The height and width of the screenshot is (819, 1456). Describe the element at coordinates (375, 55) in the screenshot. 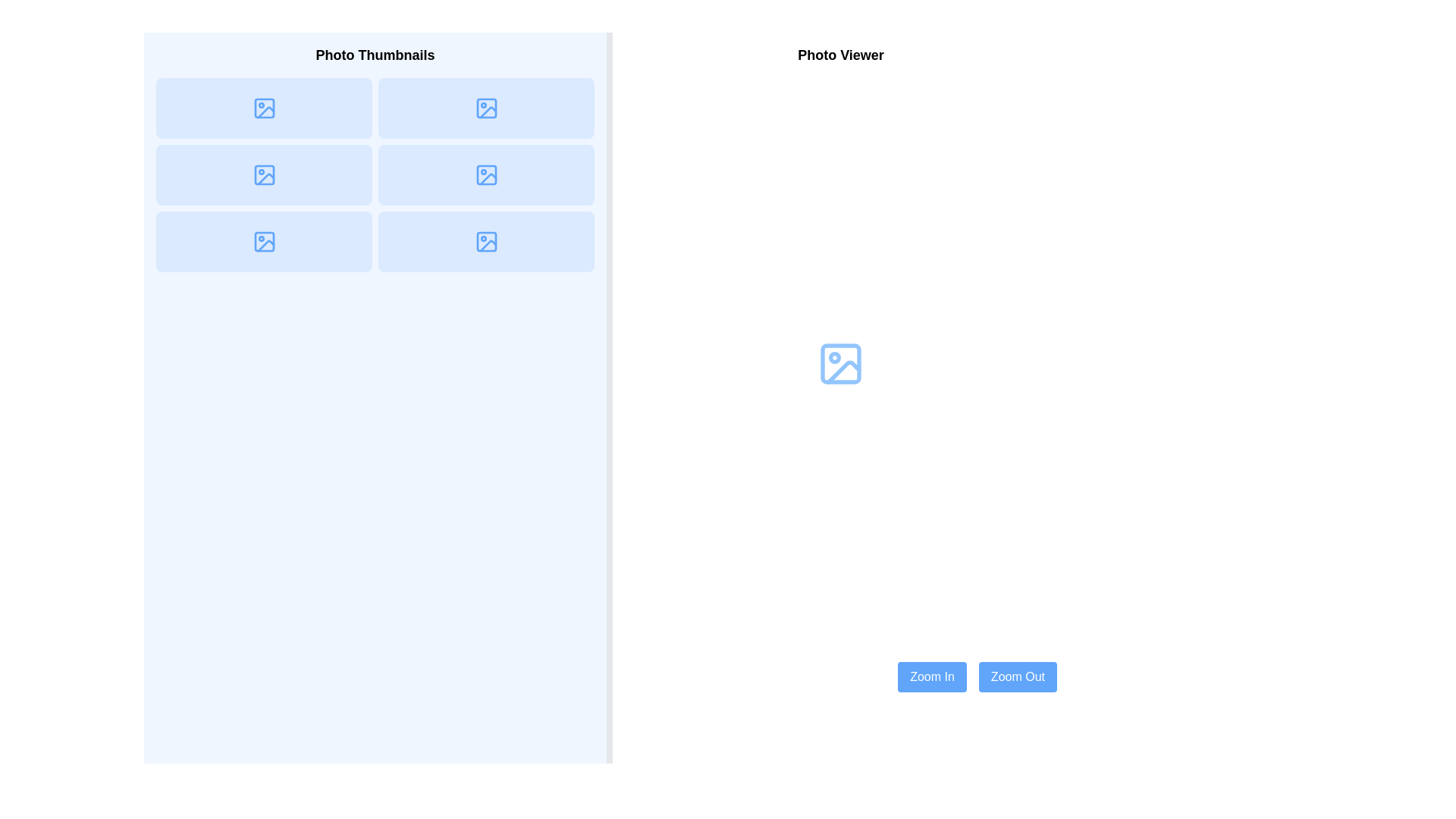

I see `the 'Photo Thumbnails' text label, which is prominently displayed in bold and enlarged font at the top of the left panel, above the photo thumbnails grid` at that location.